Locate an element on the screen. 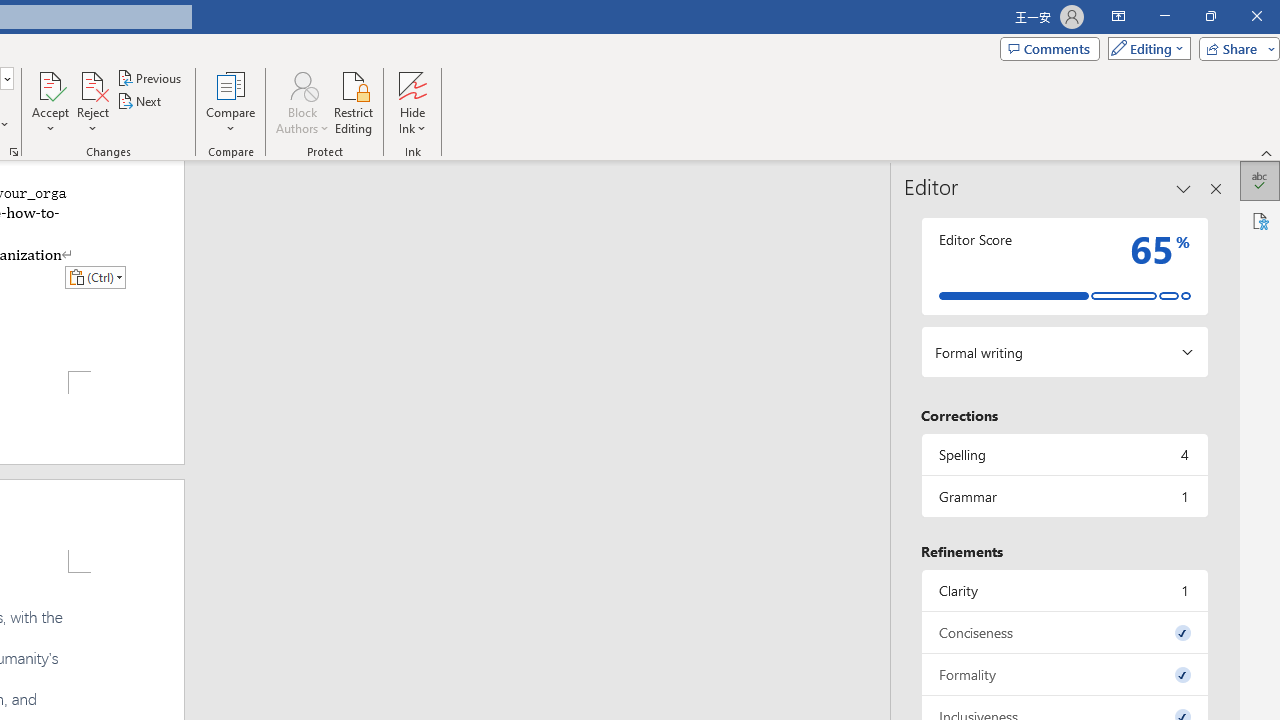 This screenshot has height=720, width=1280. 'Hide Ink' is located at coordinates (411, 84).